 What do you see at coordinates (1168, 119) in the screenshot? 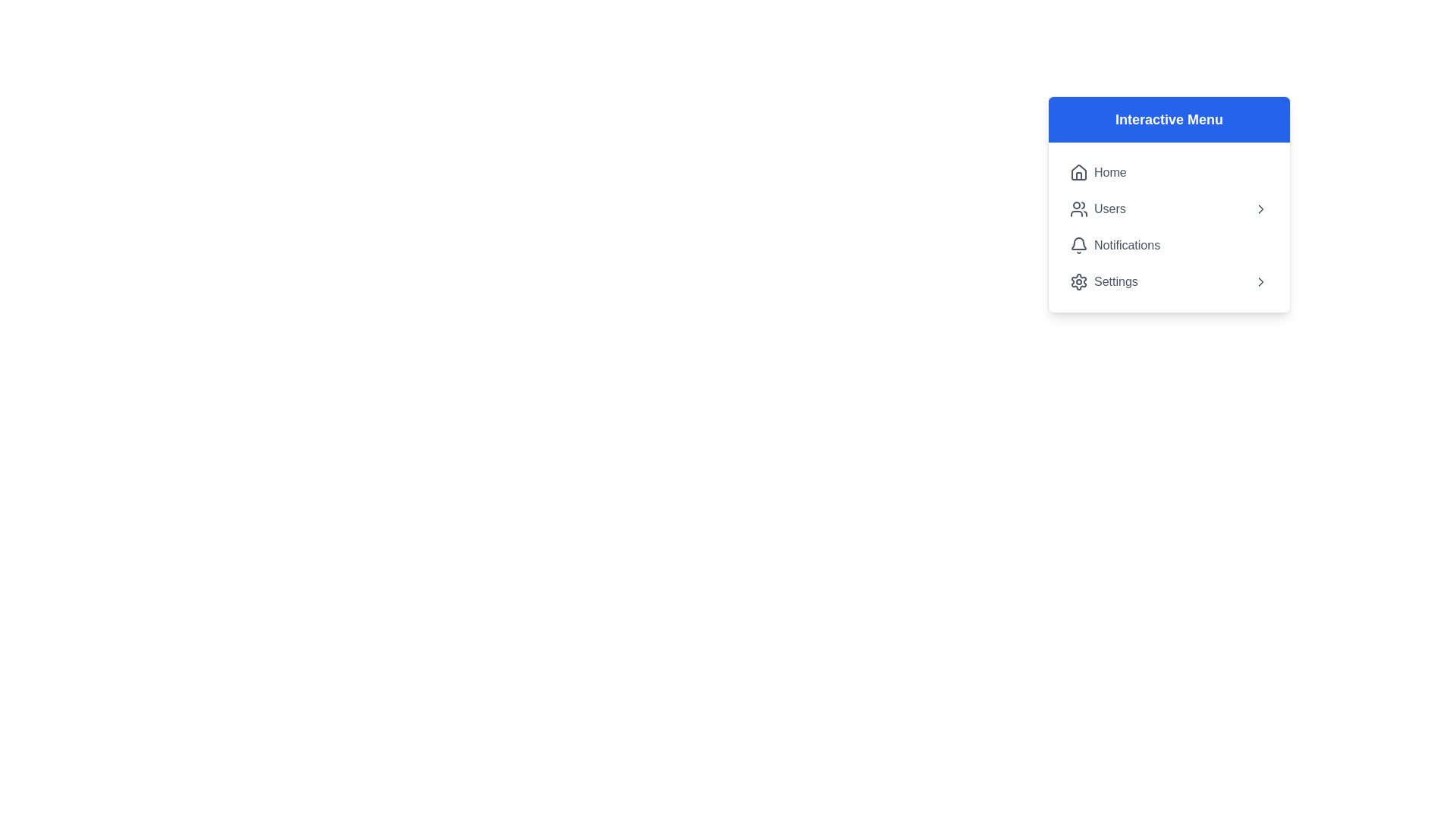
I see `the 'Interactive Menu' text label, which is displayed in bold white font against a blue background and serves as a header for the menu` at bounding box center [1168, 119].